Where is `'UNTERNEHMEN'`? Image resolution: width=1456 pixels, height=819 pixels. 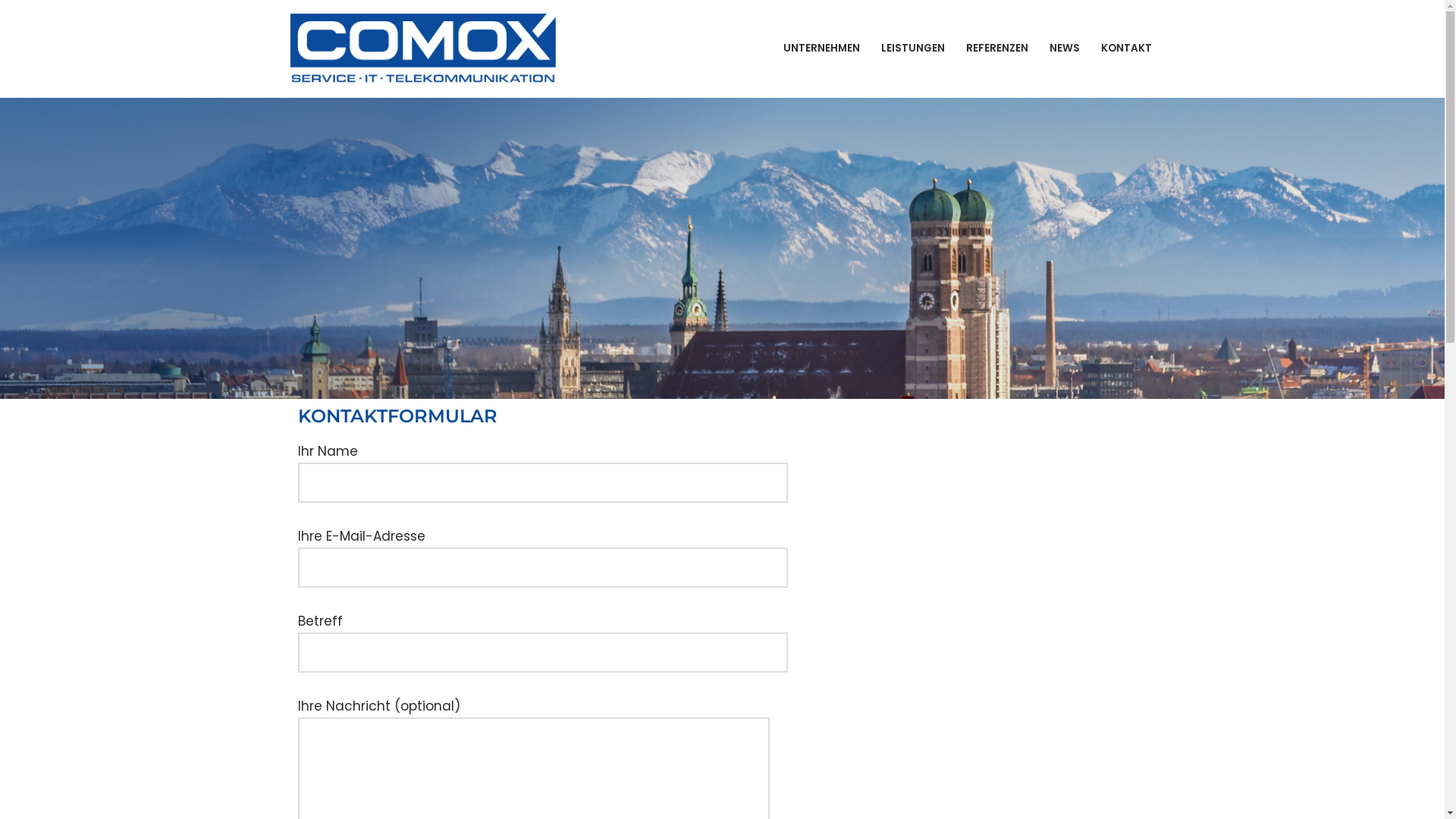
'UNTERNEHMEN' is located at coordinates (820, 47).